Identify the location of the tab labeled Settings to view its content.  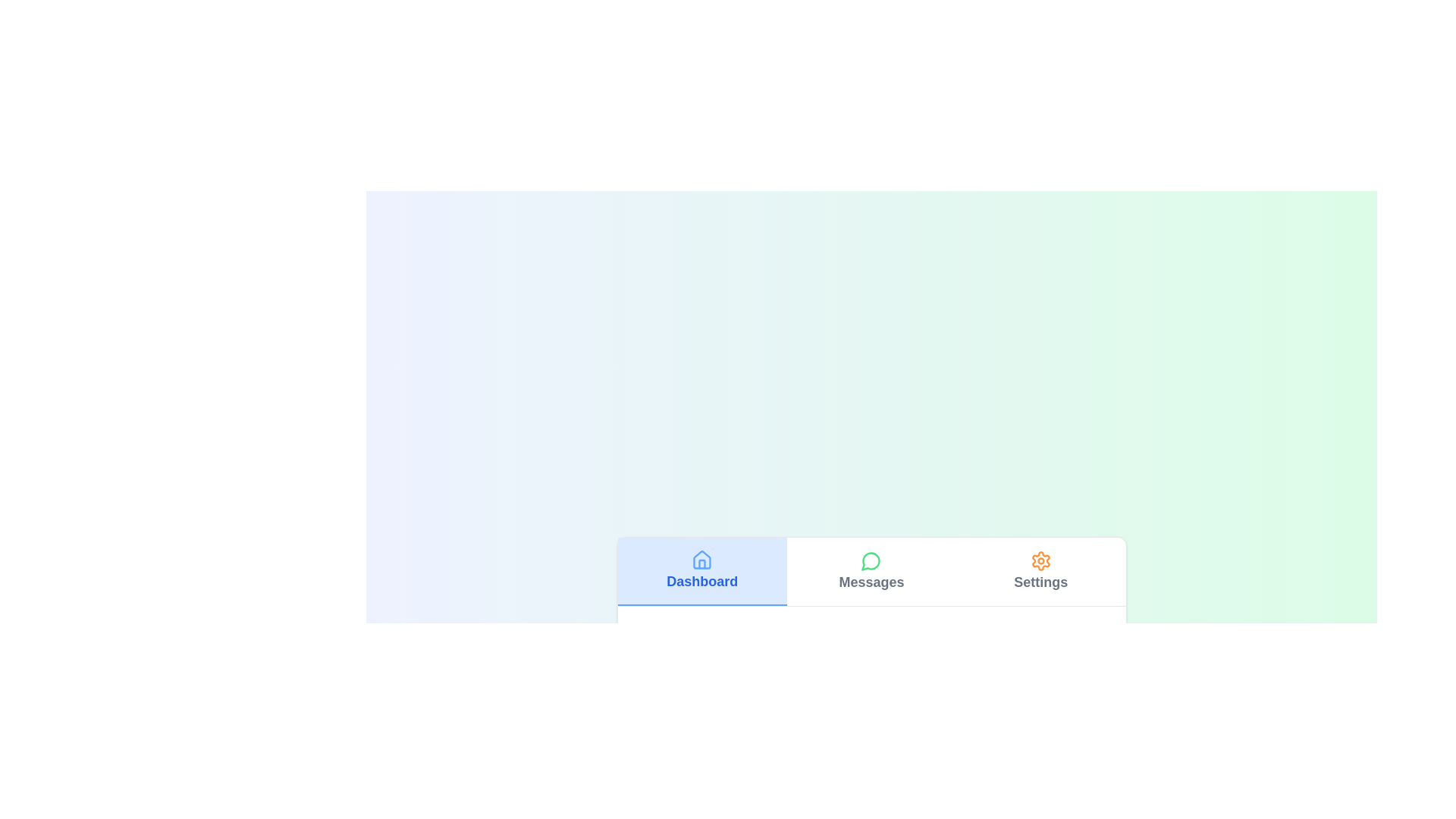
(1040, 571).